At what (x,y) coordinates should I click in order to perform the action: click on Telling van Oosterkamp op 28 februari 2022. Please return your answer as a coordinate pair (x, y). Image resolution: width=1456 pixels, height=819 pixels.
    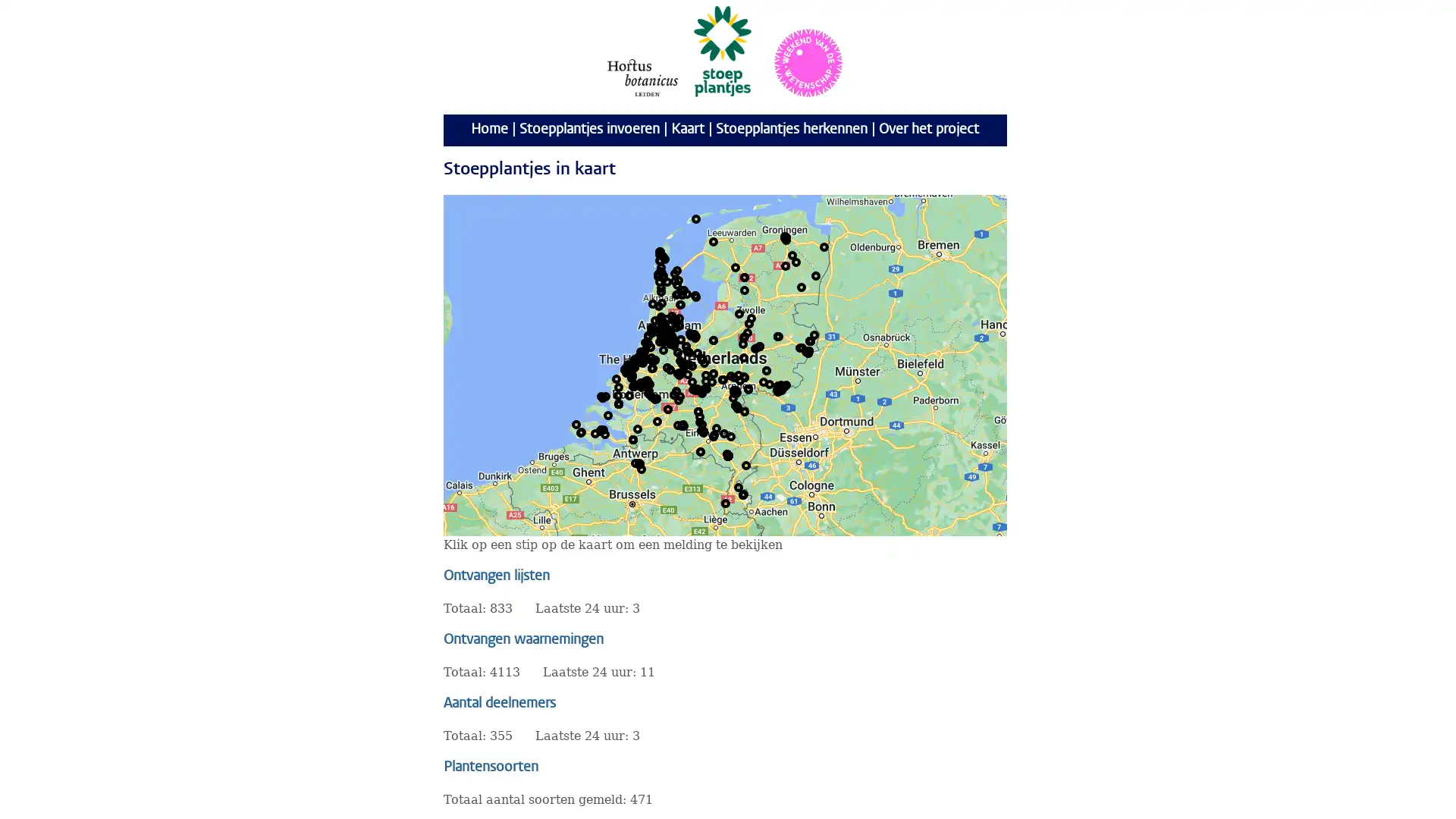
    Looking at the image, I should click on (695, 218).